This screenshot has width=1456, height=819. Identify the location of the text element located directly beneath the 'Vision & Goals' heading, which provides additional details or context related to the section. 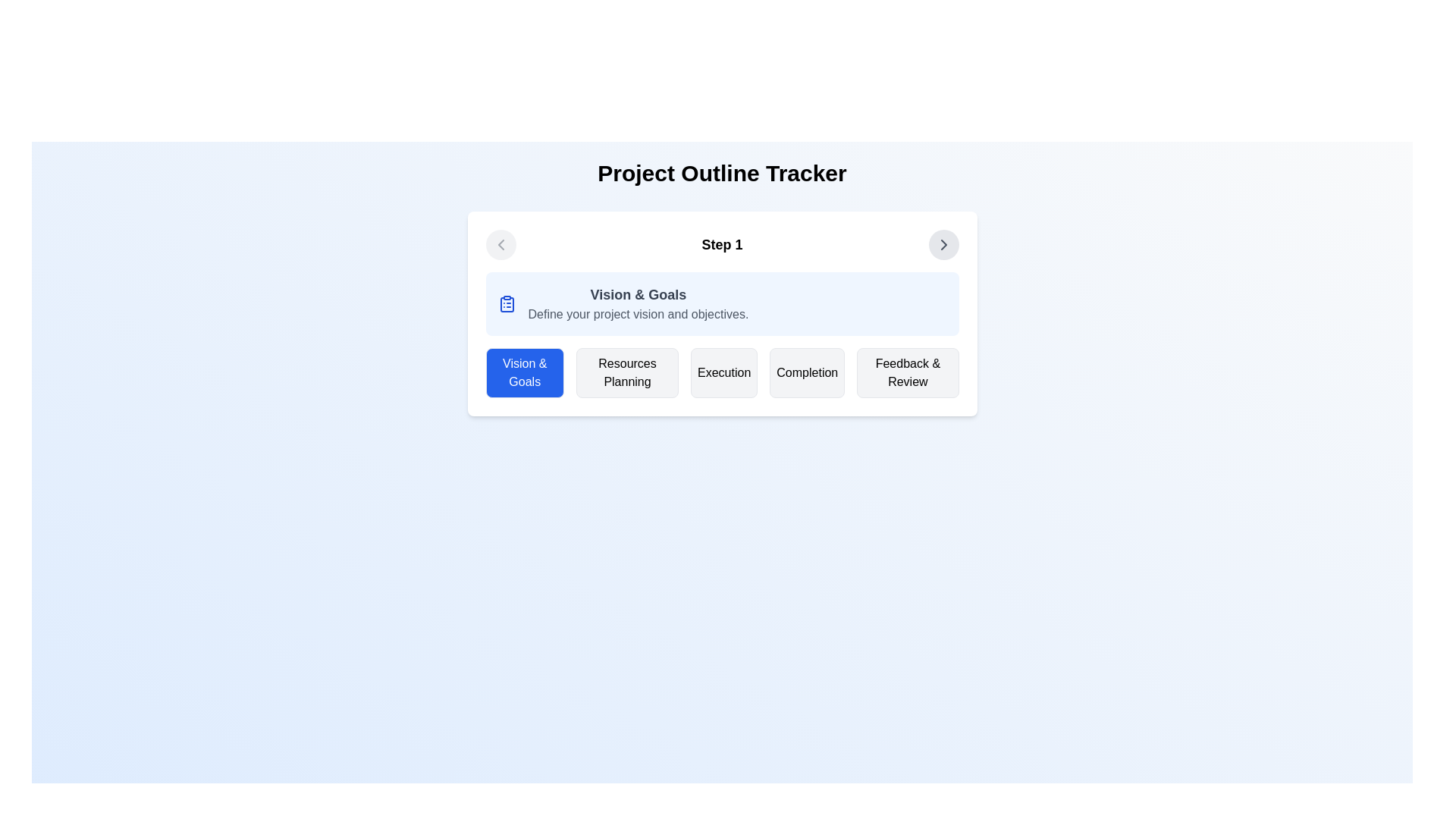
(638, 314).